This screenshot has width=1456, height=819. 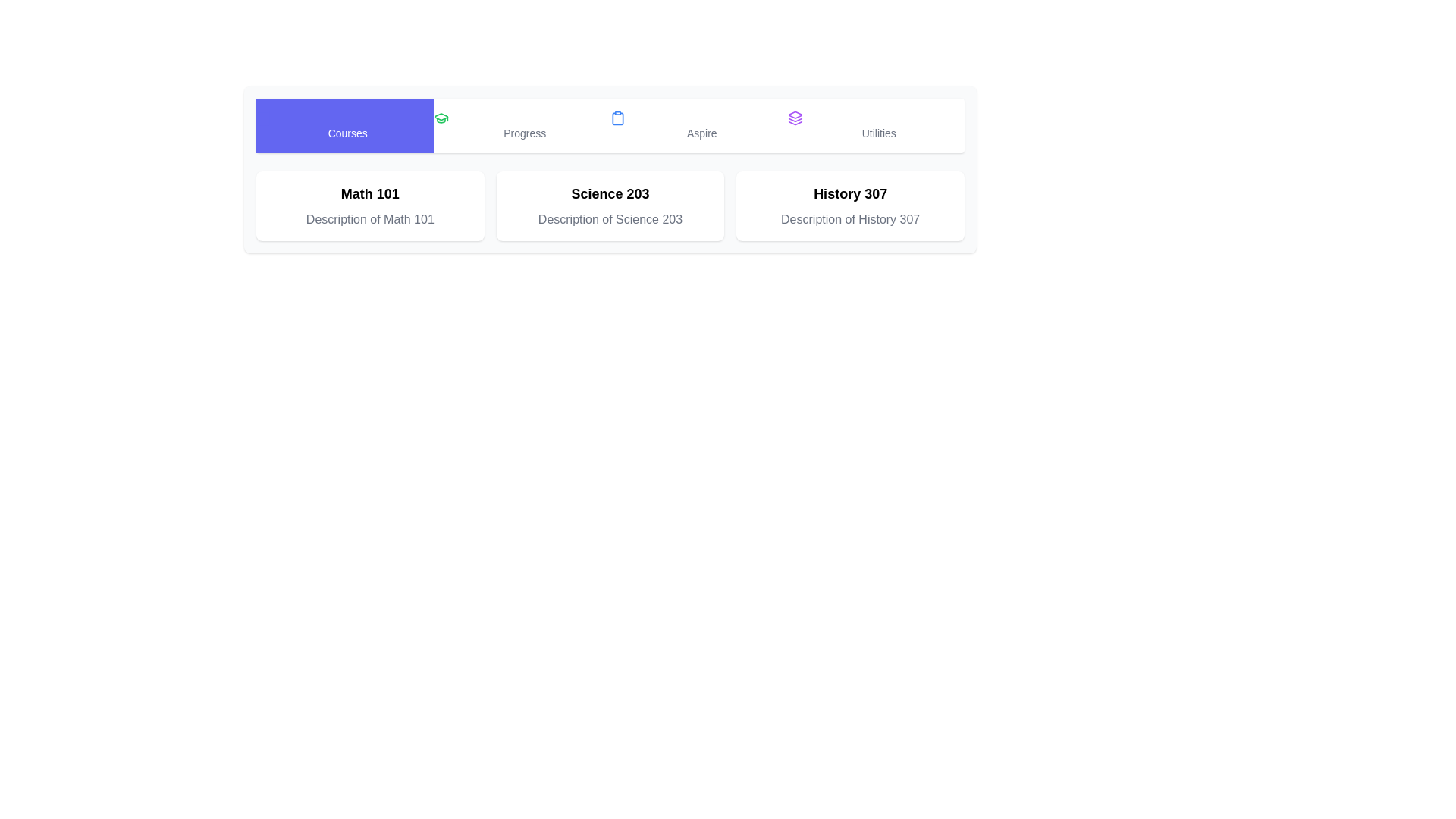 I want to click on the Navigation bar at the top of the layout, so click(x=610, y=124).